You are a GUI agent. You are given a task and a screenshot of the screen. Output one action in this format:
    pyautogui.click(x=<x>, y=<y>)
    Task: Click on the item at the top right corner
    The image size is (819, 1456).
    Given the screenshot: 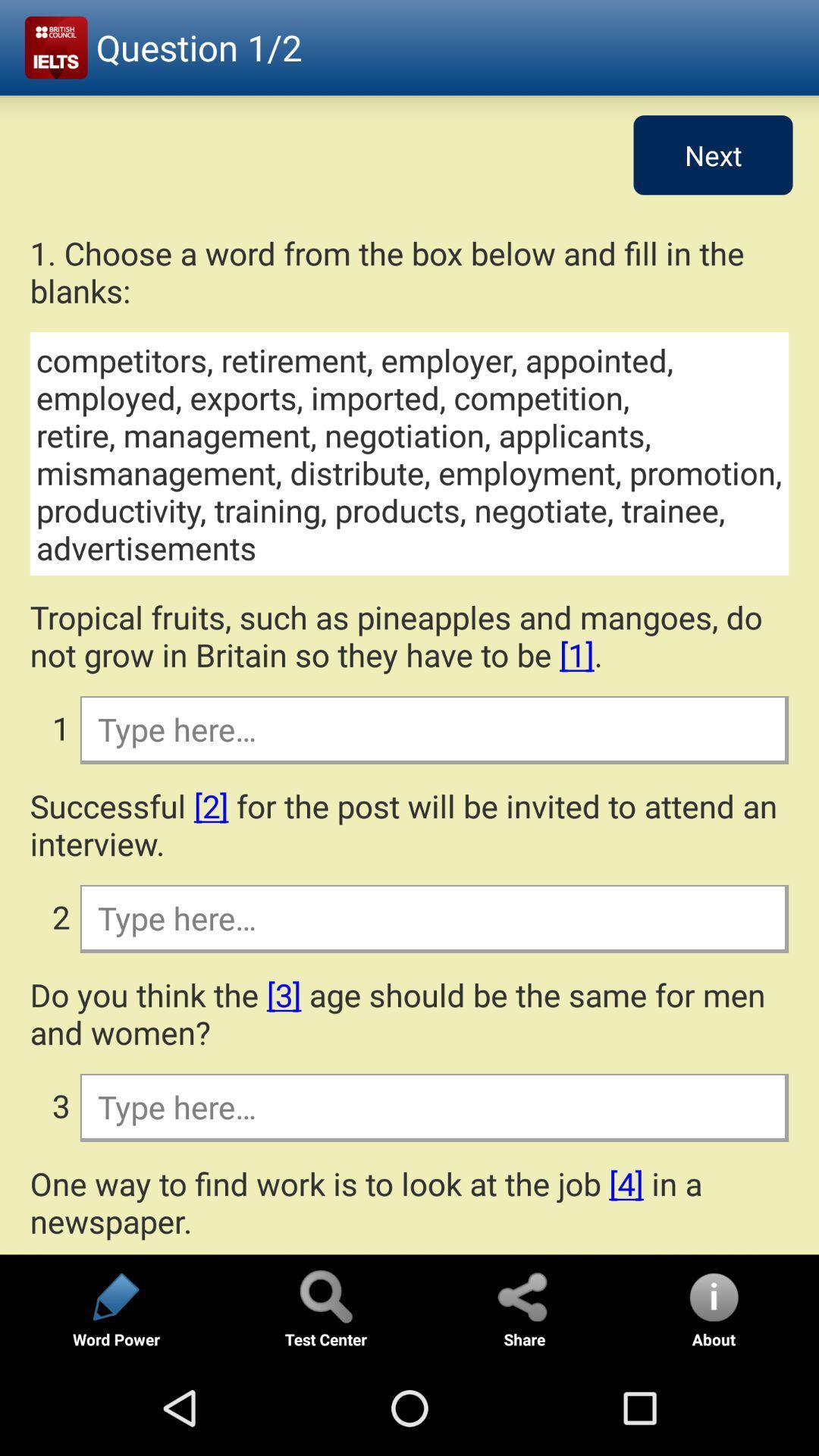 What is the action you would take?
    pyautogui.click(x=713, y=155)
    